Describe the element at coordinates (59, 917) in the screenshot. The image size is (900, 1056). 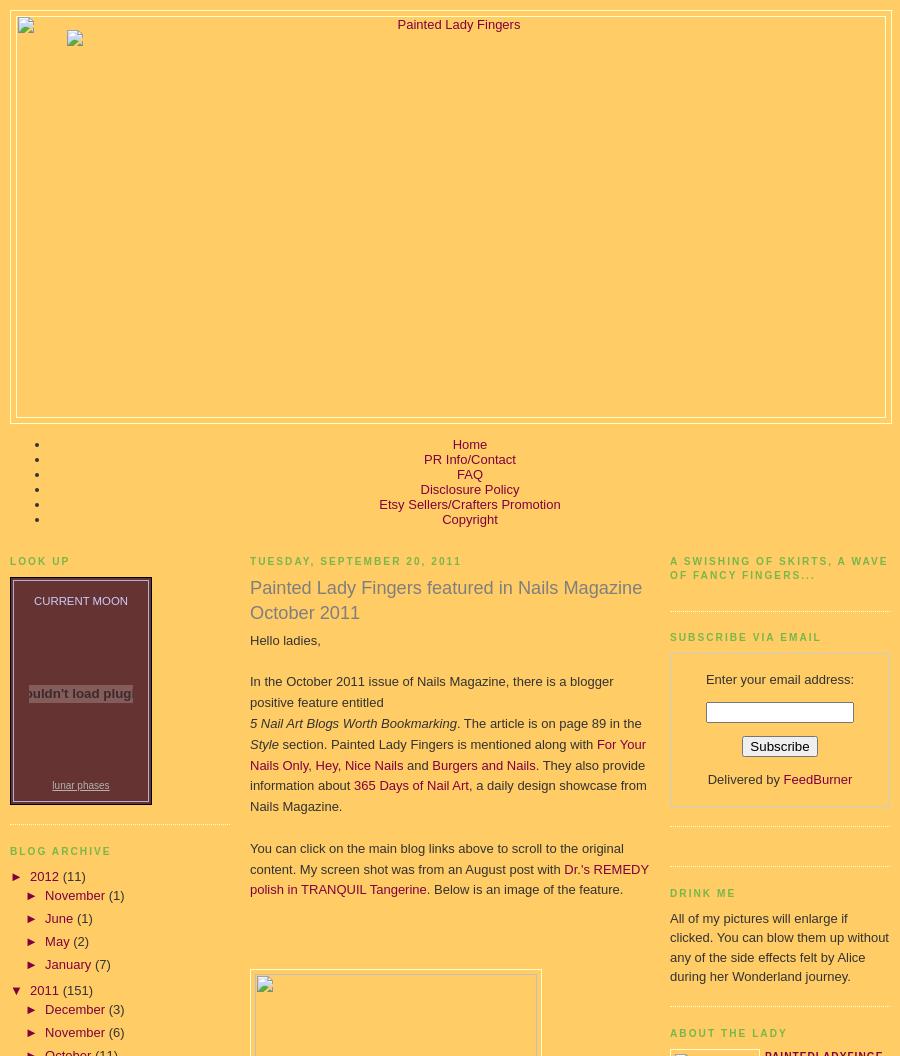
I see `'June'` at that location.